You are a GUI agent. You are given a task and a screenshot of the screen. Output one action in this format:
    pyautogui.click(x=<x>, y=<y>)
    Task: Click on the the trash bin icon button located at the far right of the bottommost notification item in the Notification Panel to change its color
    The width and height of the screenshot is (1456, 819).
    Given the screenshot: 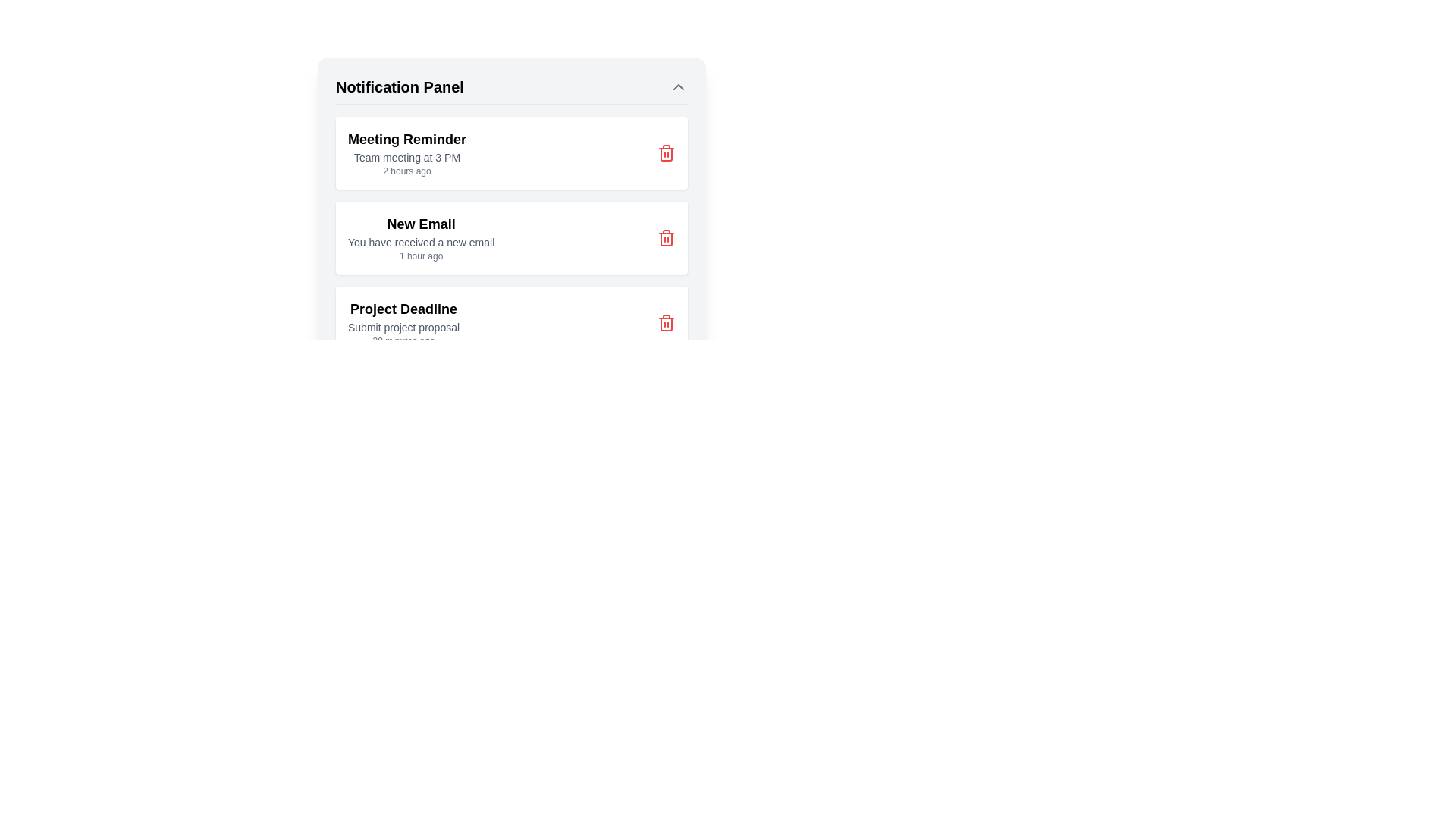 What is the action you would take?
    pyautogui.click(x=666, y=322)
    